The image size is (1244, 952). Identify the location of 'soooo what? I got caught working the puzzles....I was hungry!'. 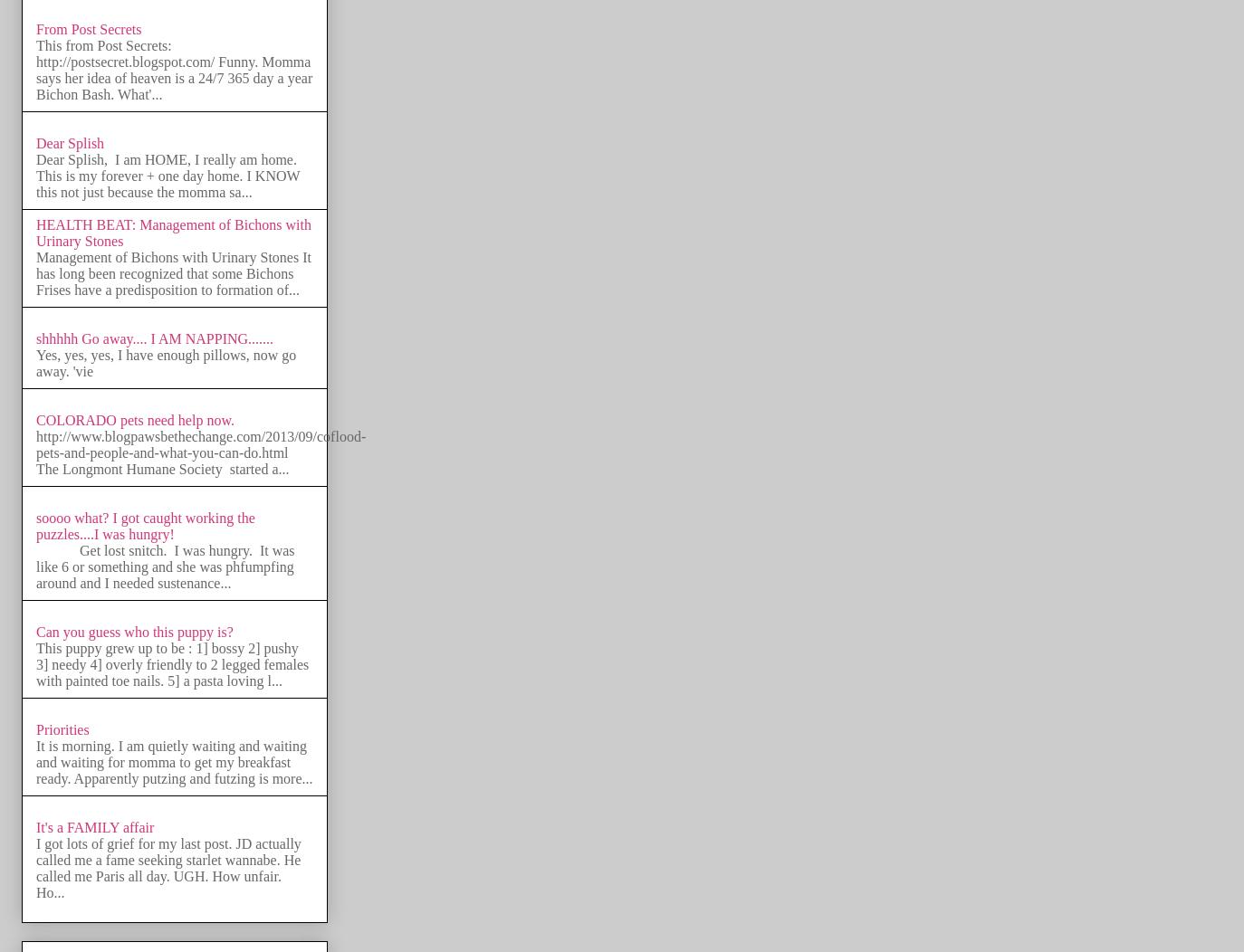
(34, 525).